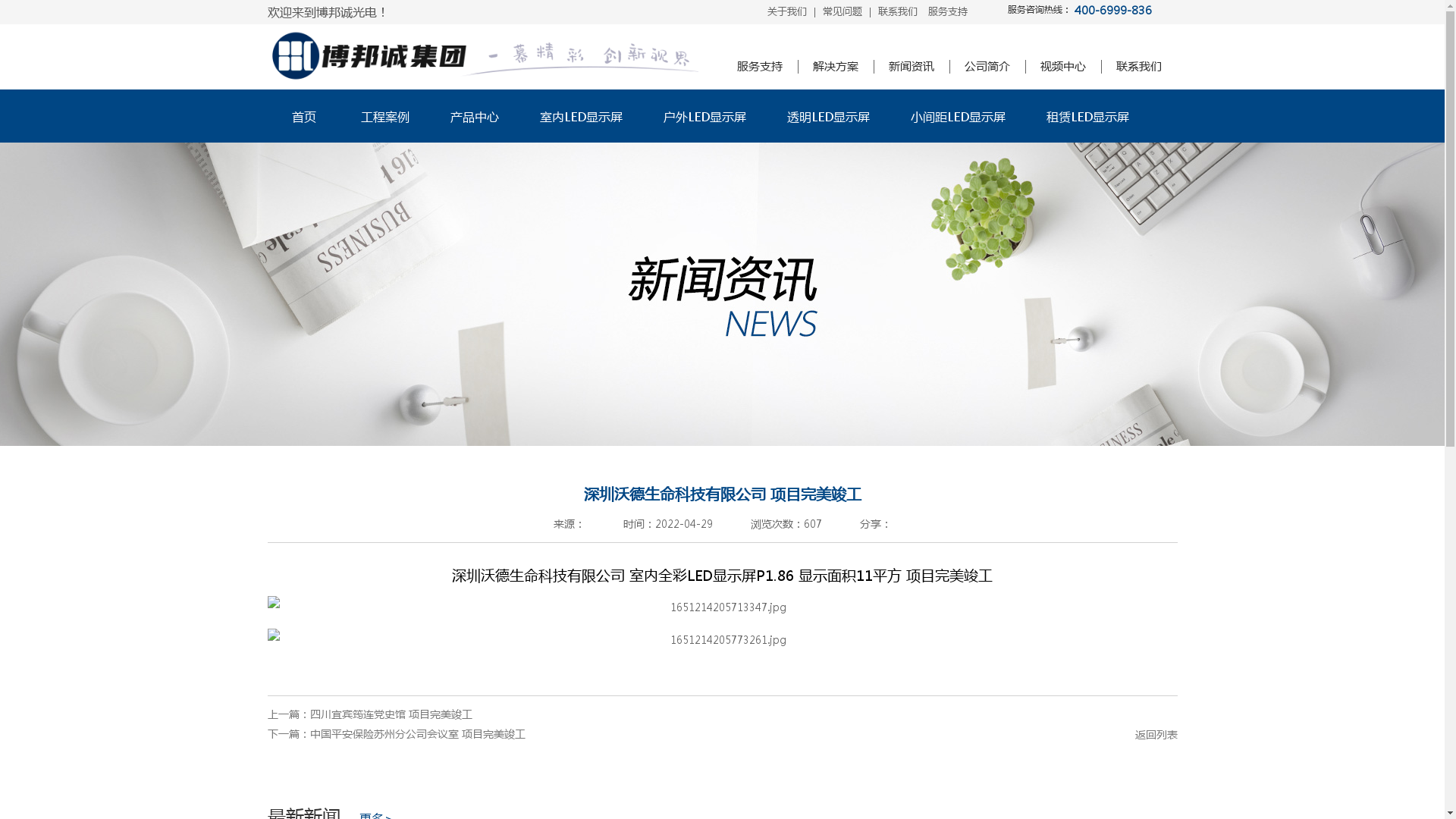 The image size is (1456, 819). What do you see at coordinates (720, 639) in the screenshot?
I see `'1652404833573119.jpg'` at bounding box center [720, 639].